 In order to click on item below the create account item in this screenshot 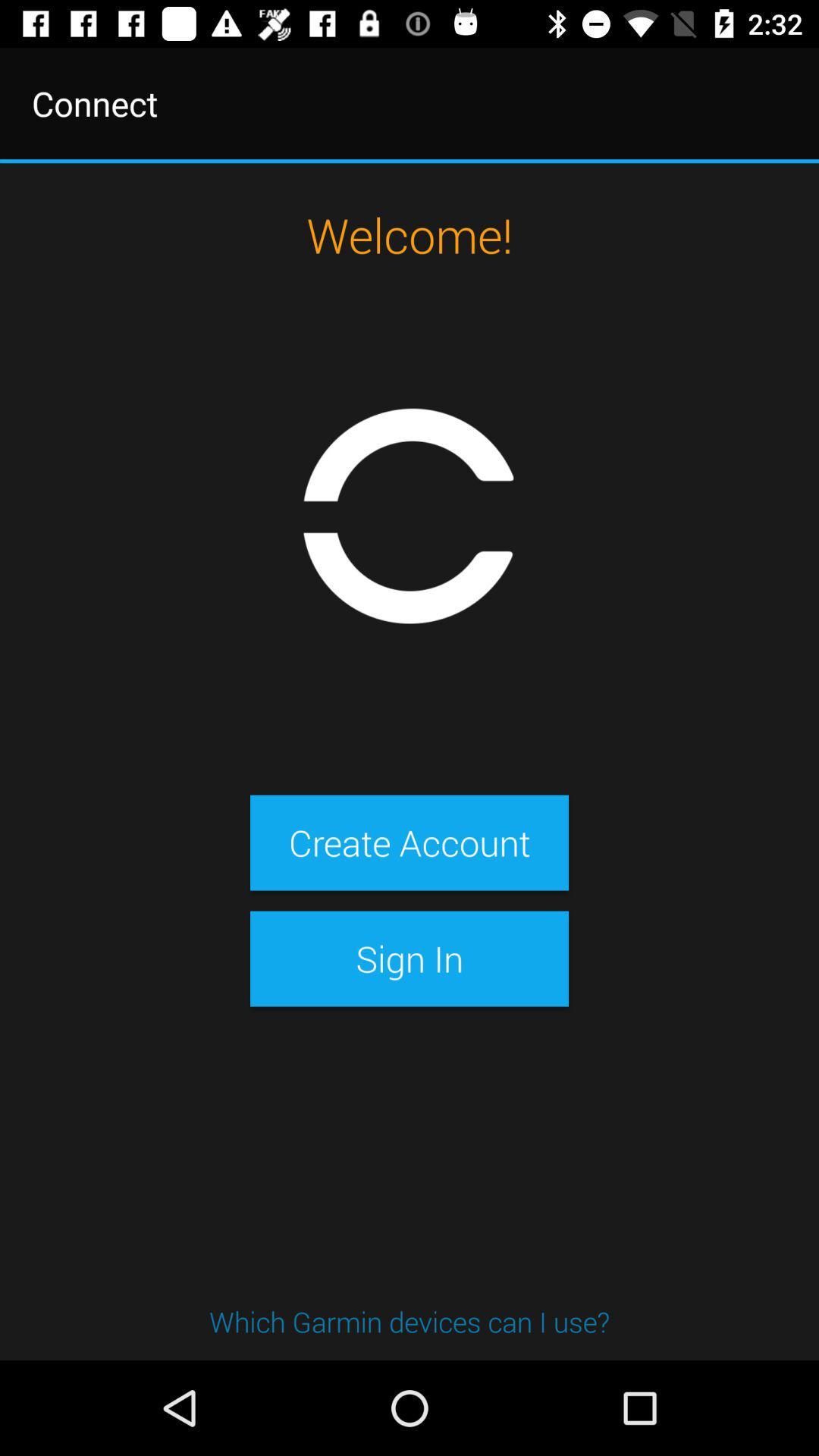, I will do `click(409, 958)`.